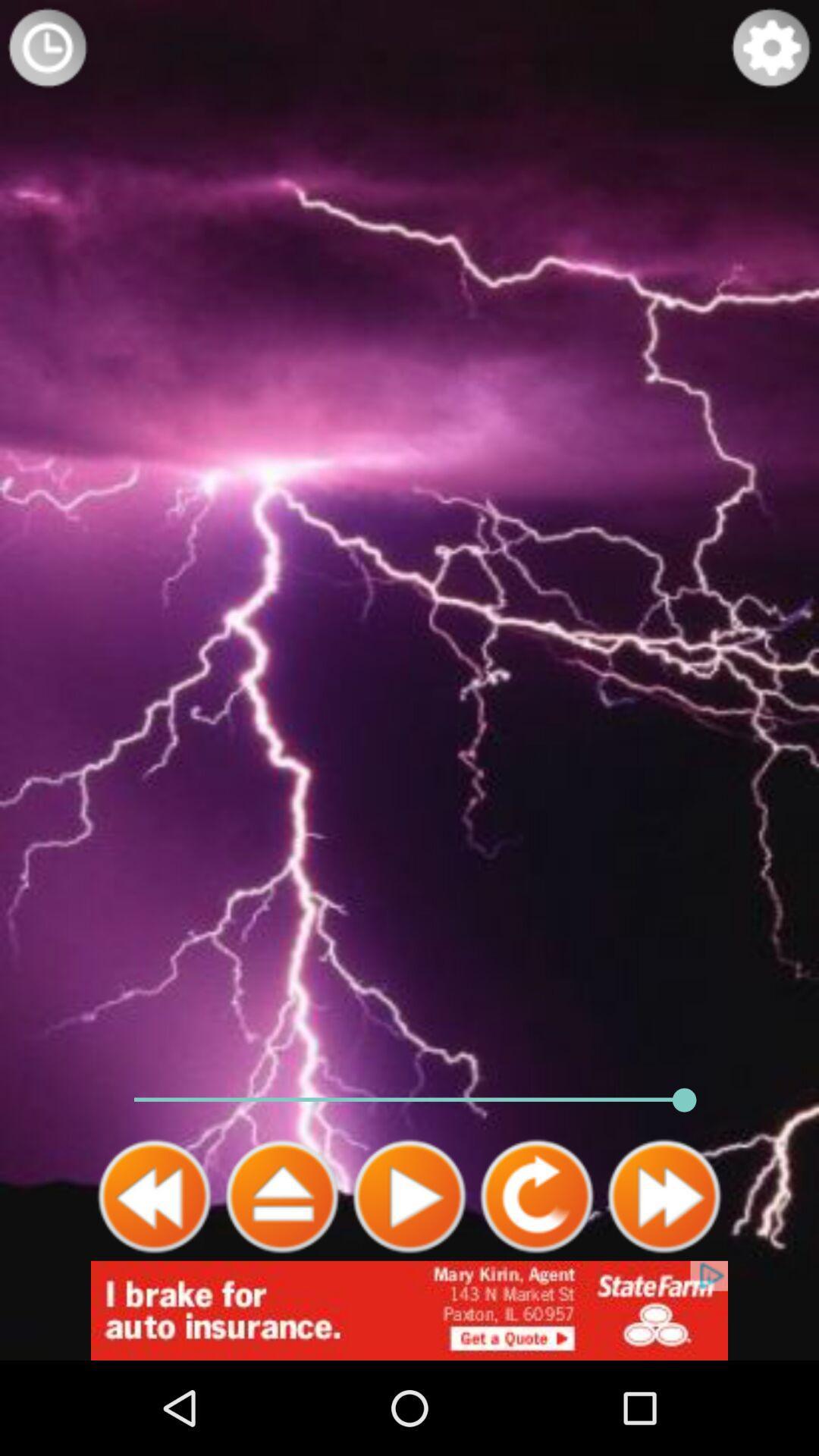 The image size is (819, 1456). What do you see at coordinates (281, 1196) in the screenshot?
I see `stop sound` at bounding box center [281, 1196].